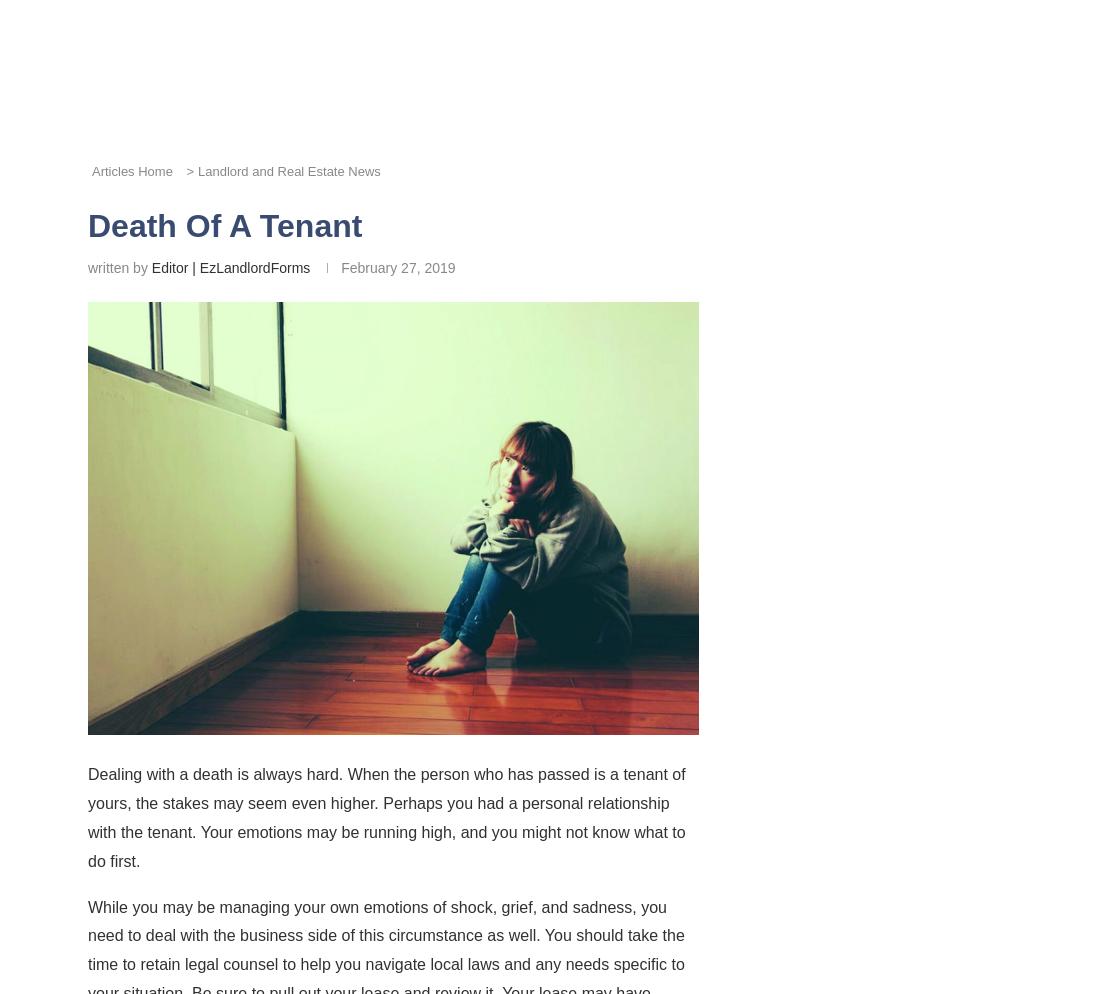 The width and height of the screenshot is (1100, 994). Describe the element at coordinates (471, 459) in the screenshot. I see `'Tenant'` at that location.